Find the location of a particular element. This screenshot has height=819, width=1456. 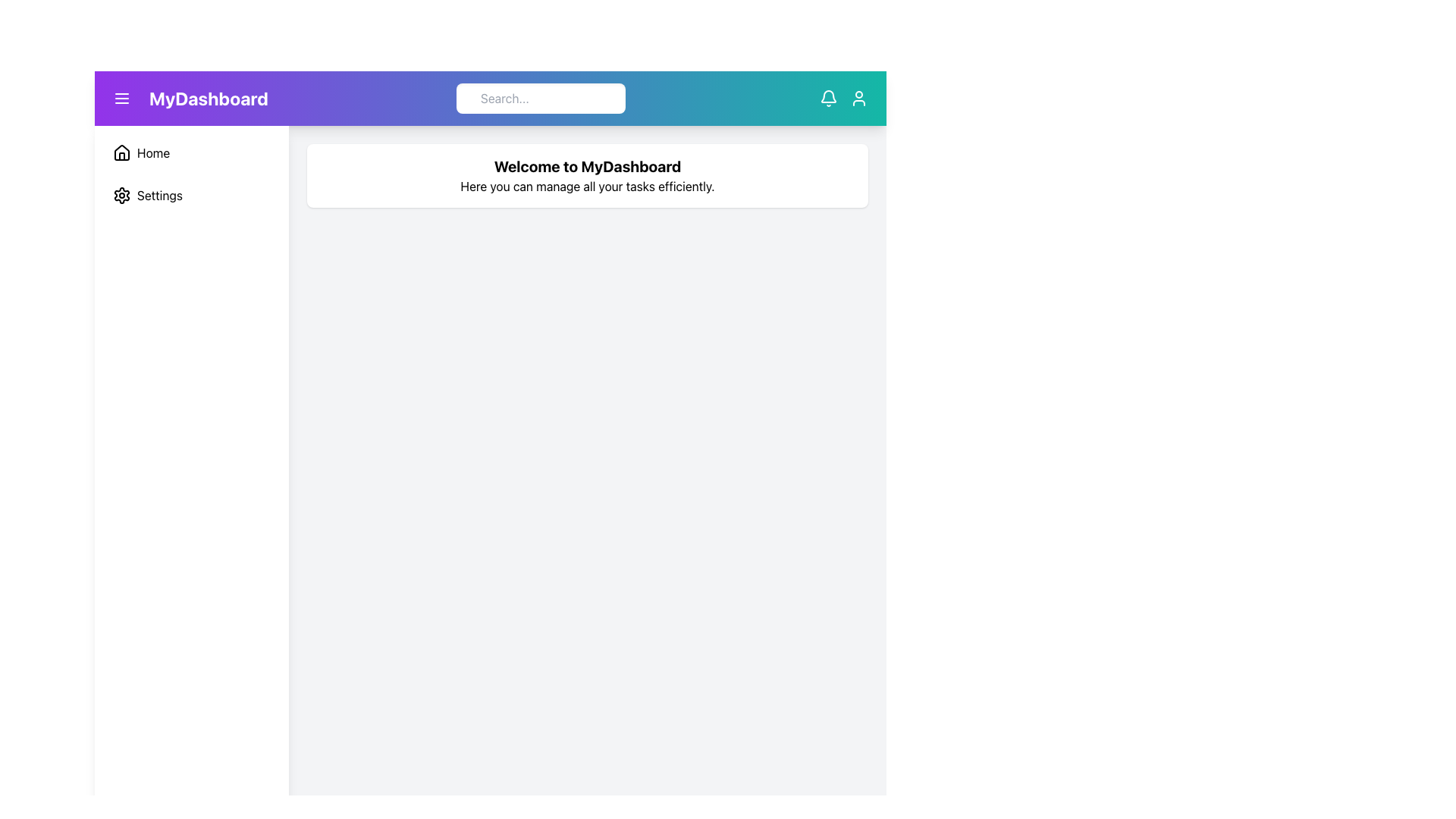

the 'Home' icon located in the upper-left sidebar of the application for accessibility purposes is located at coordinates (122, 152).